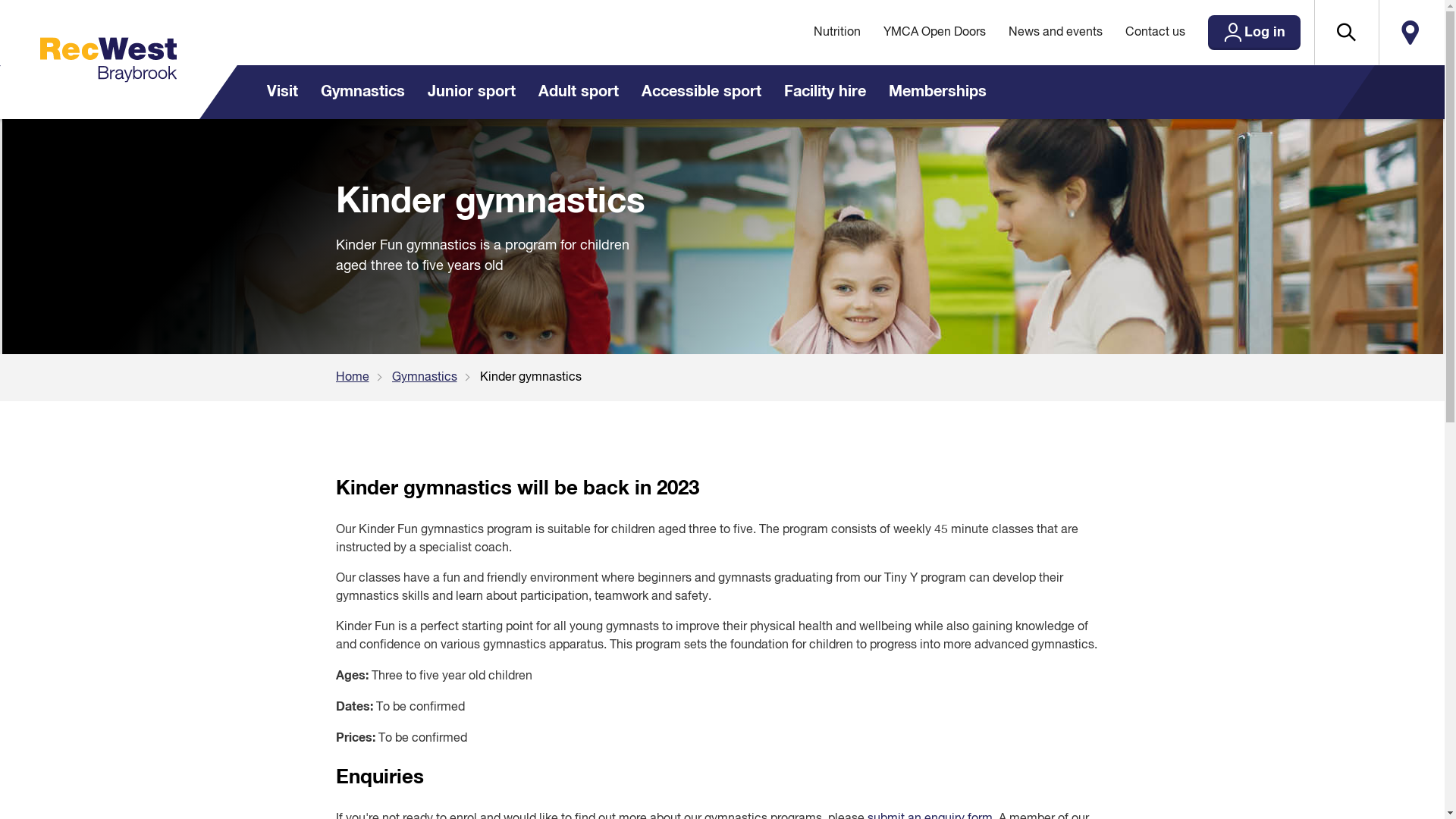 Image resolution: width=1456 pixels, height=819 pixels. Describe the element at coordinates (629, 92) in the screenshot. I see `'Accessible sport'` at that location.